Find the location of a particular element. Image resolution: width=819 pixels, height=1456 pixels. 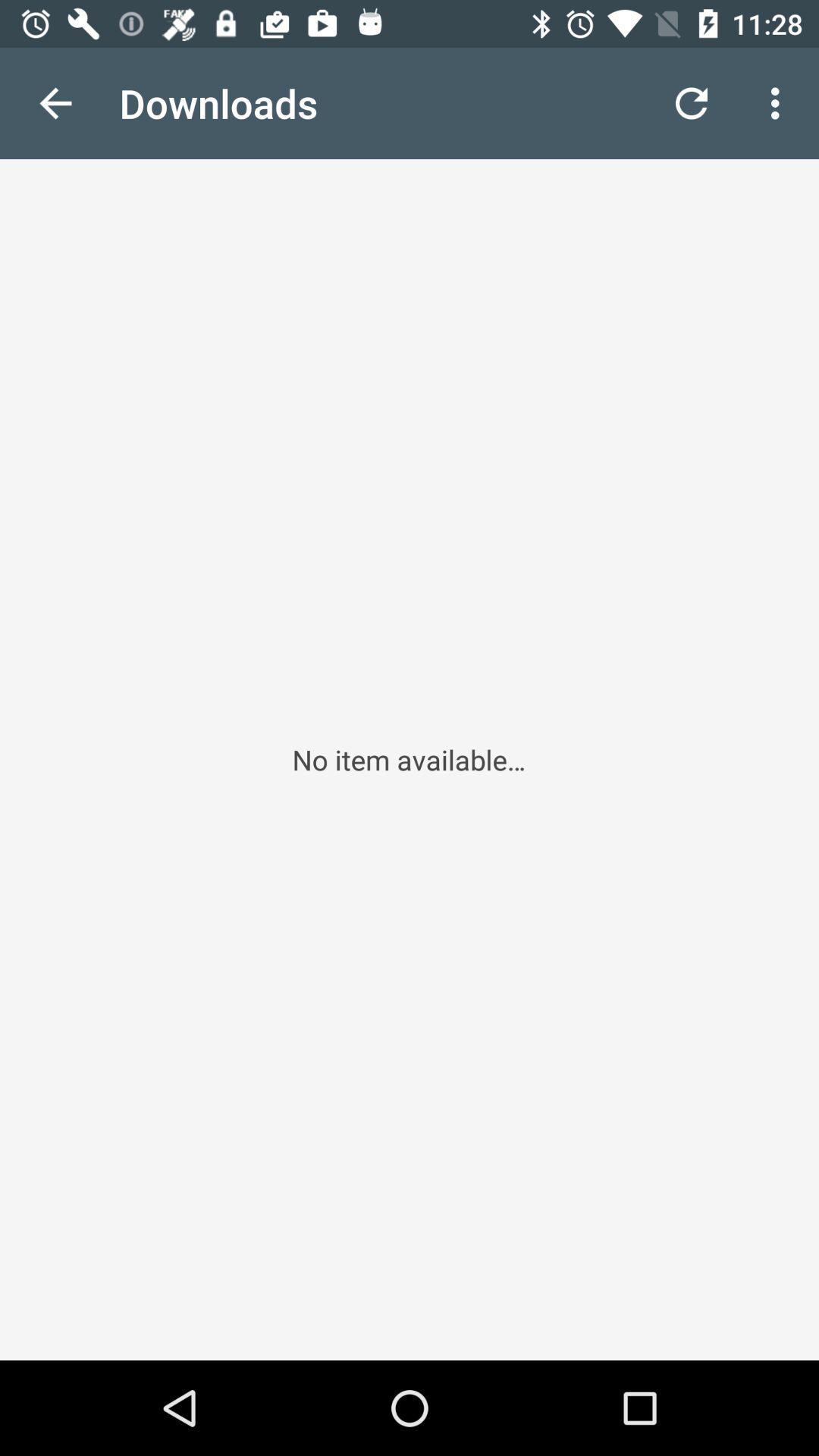

icon to the right of downloads item is located at coordinates (691, 102).